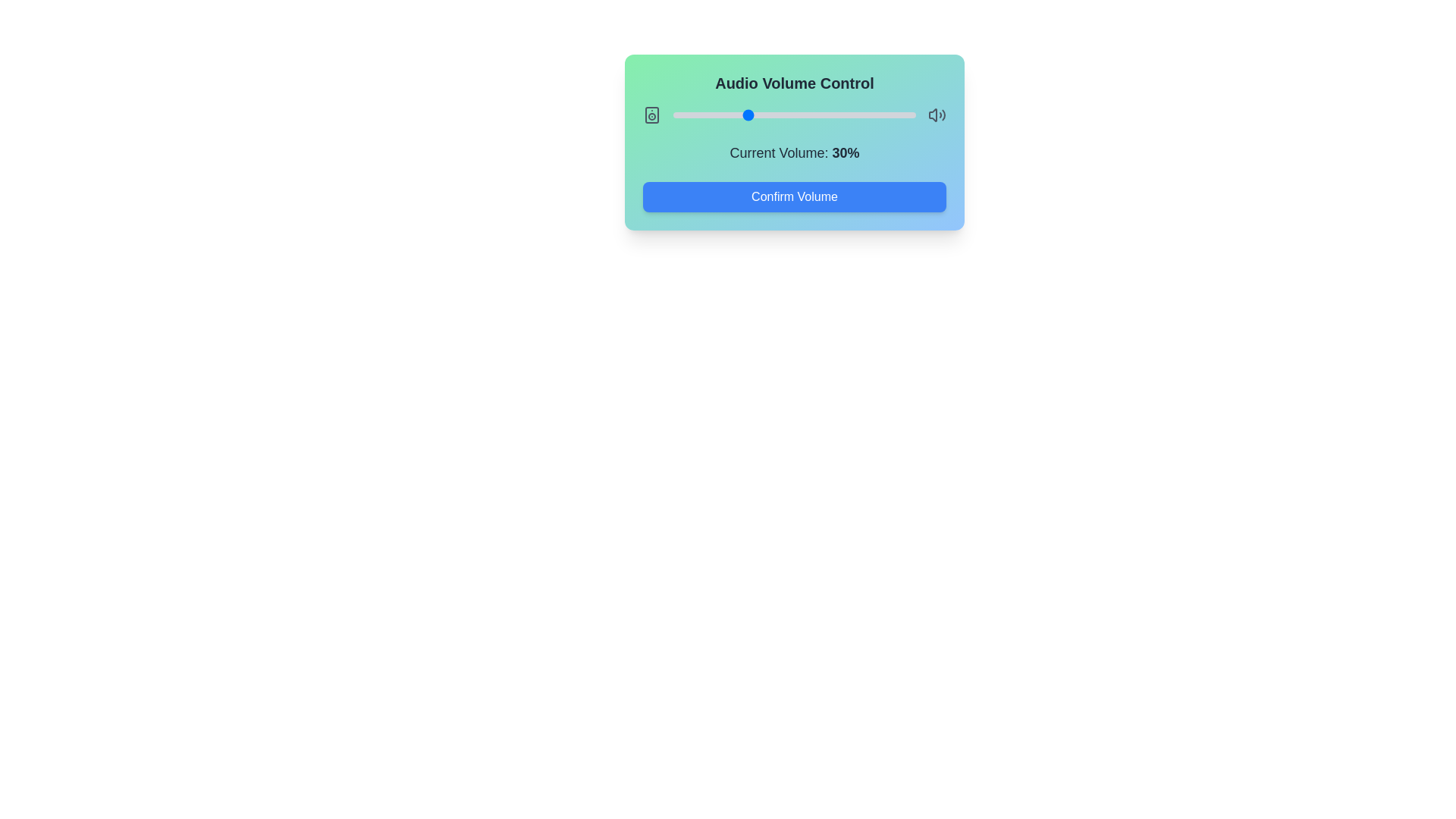  I want to click on the slider to set the volume to 4%, so click(682, 114).